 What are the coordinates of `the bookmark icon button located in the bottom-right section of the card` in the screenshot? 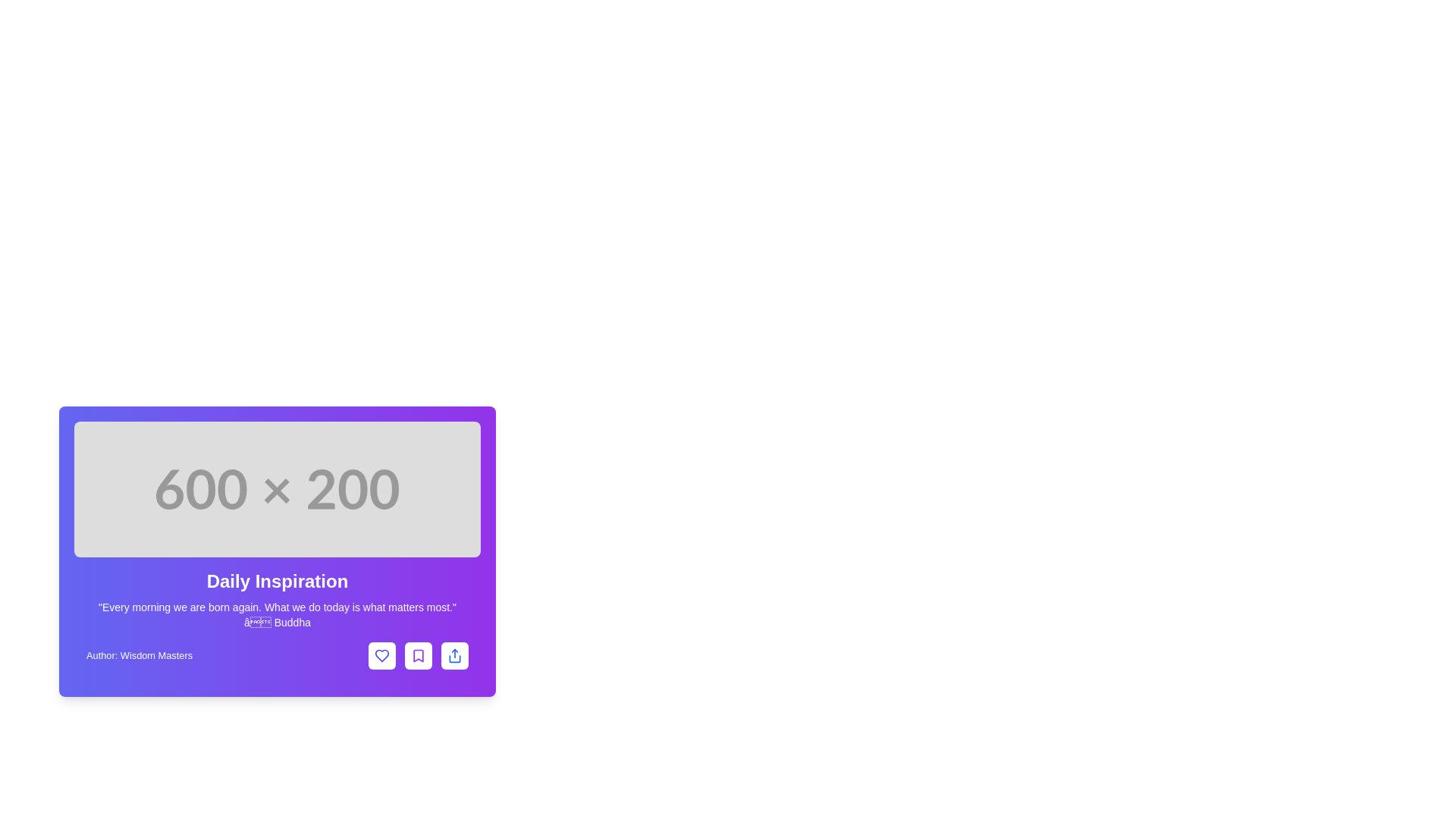 It's located at (419, 654).